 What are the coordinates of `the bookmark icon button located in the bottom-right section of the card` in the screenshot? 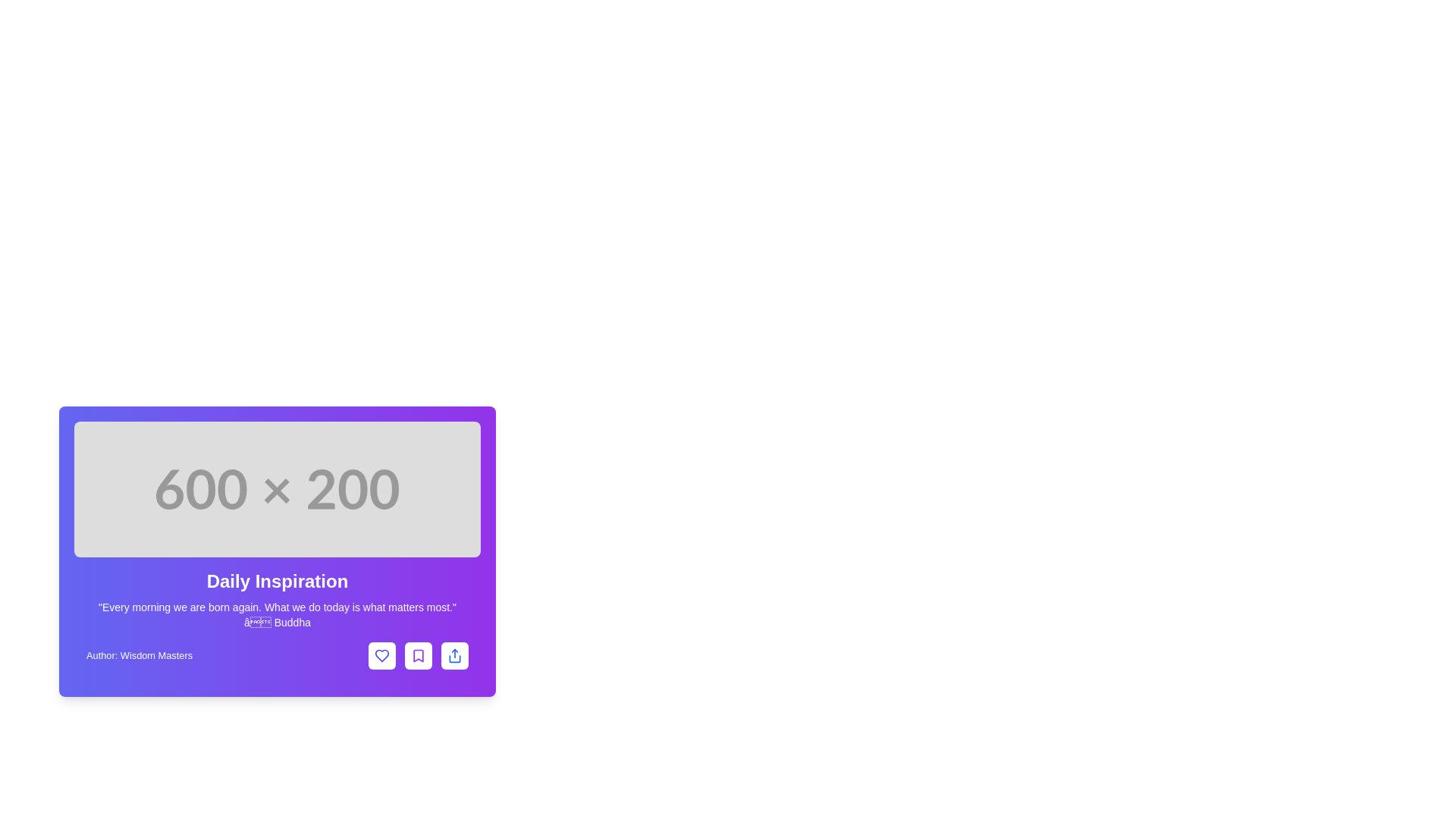 It's located at (419, 654).